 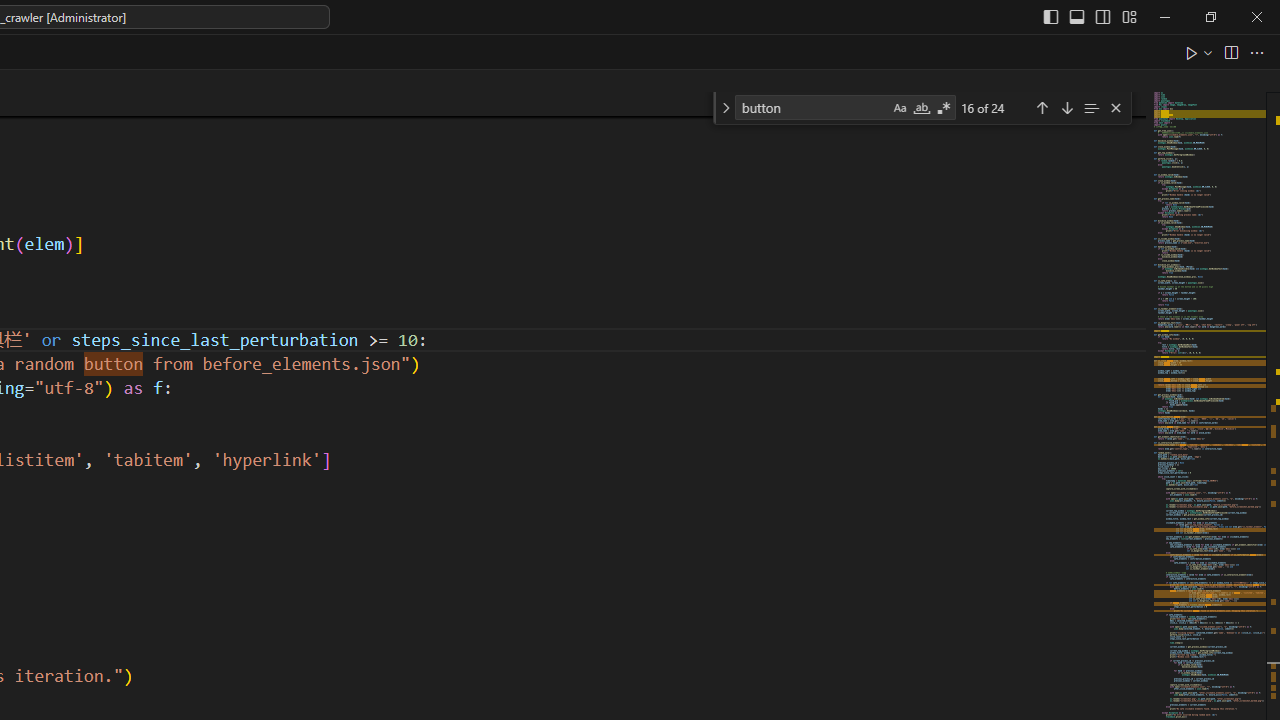 I want to click on 'Toggle Replace', so click(x=724, y=108).